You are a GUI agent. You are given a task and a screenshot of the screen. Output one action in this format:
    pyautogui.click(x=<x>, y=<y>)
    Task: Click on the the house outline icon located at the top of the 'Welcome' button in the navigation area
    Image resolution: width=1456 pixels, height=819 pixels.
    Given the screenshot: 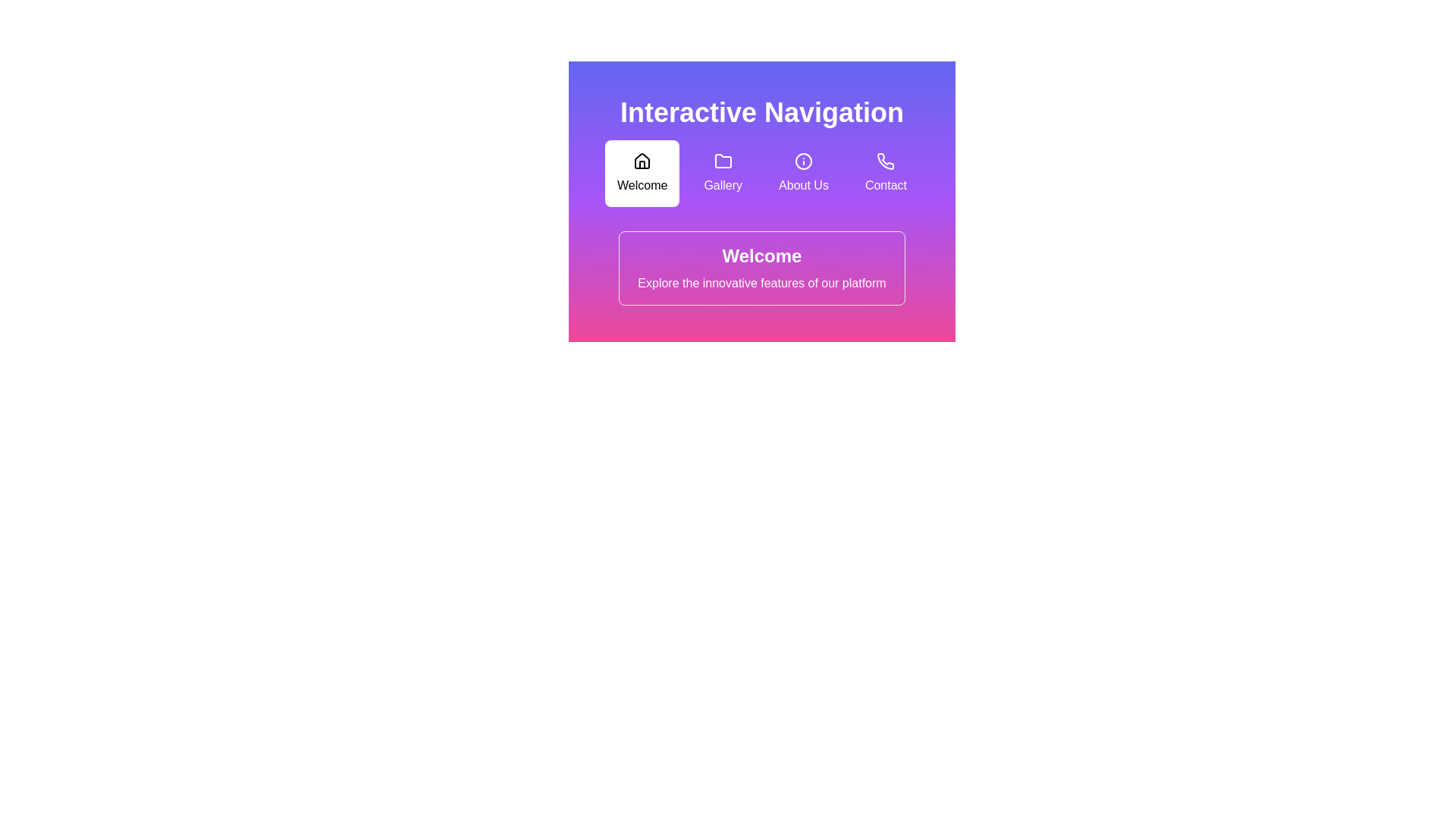 What is the action you would take?
    pyautogui.click(x=642, y=161)
    